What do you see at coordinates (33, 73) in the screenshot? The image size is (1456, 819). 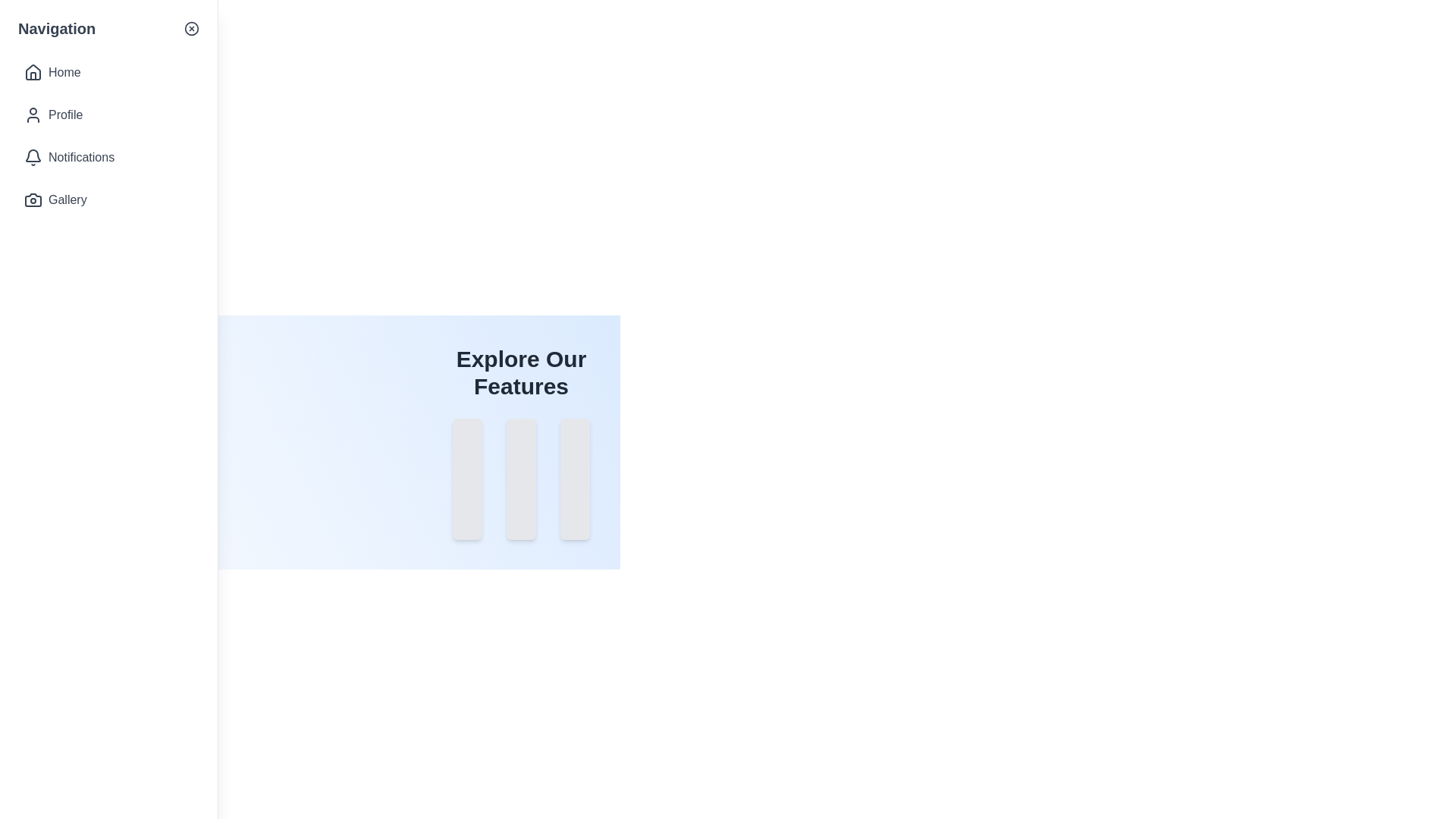 I see `the 'Home' icon located at the top of the vertical navigation menu, which visually represents the 'Home' navigation option` at bounding box center [33, 73].